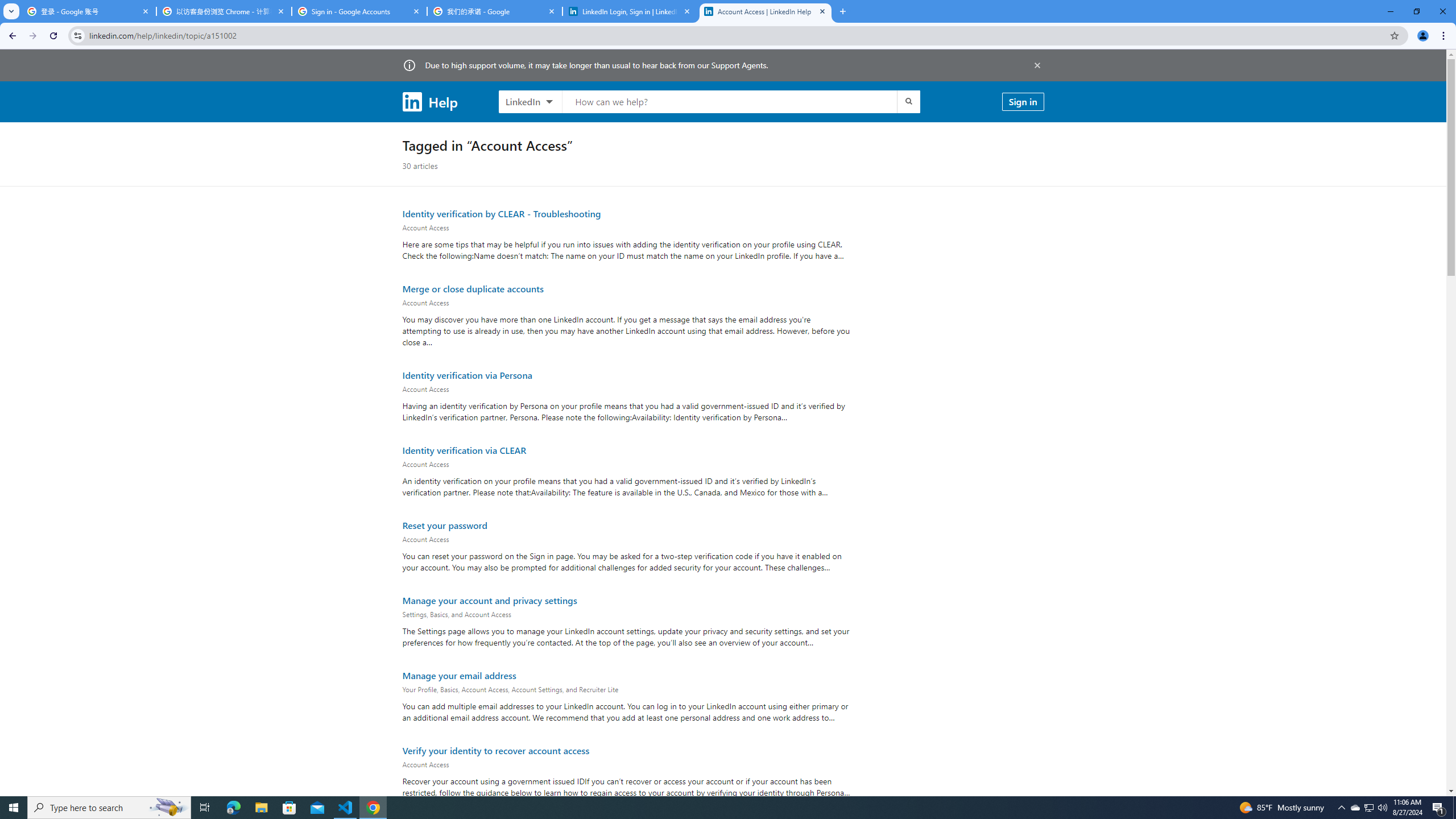 The width and height of the screenshot is (1456, 819). What do you see at coordinates (464, 449) in the screenshot?
I see `'Identity verification via CLEAR'` at bounding box center [464, 449].